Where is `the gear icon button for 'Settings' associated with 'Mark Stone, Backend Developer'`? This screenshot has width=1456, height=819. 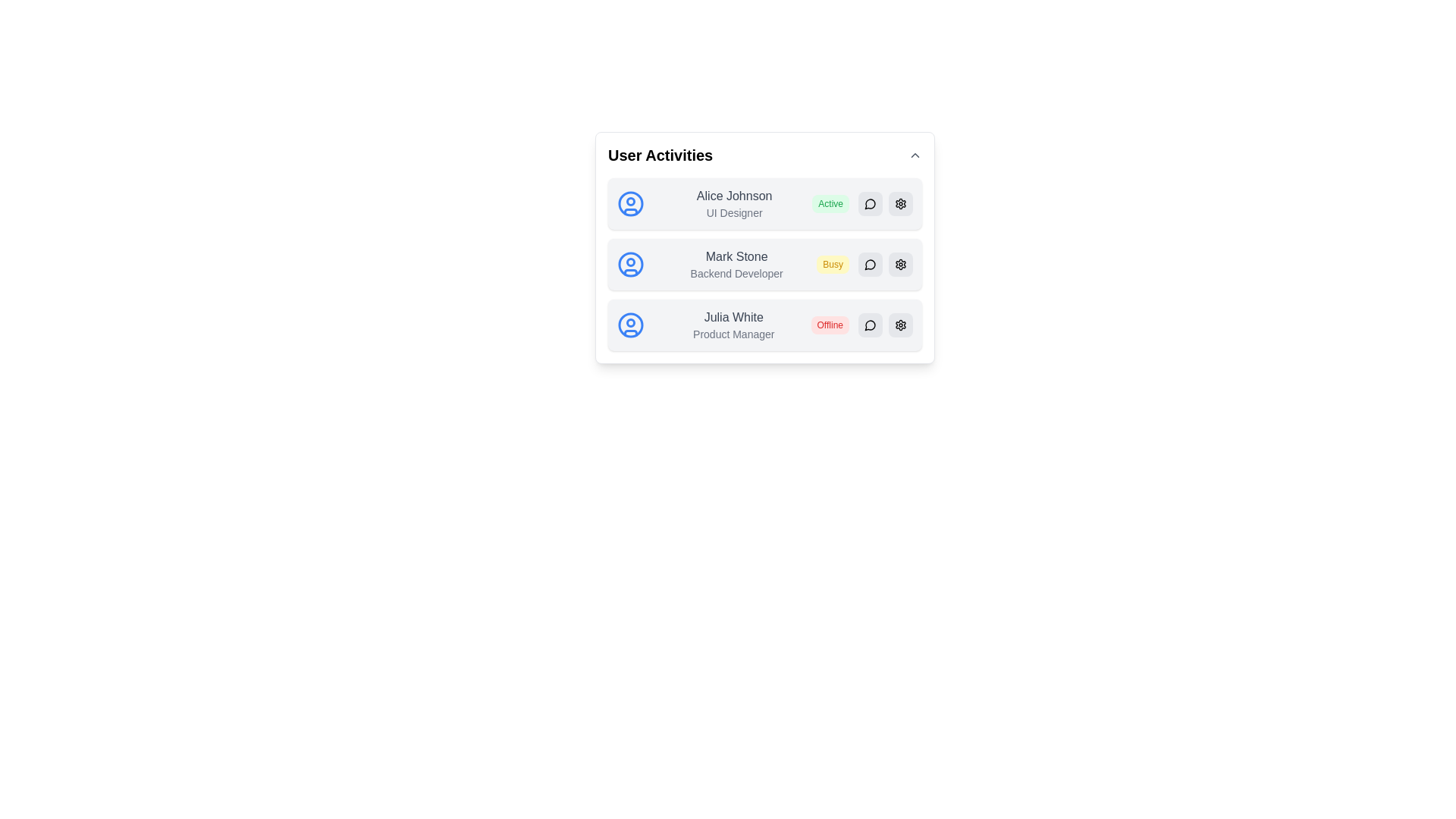
the gear icon button for 'Settings' associated with 'Mark Stone, Backend Developer' is located at coordinates (901, 263).